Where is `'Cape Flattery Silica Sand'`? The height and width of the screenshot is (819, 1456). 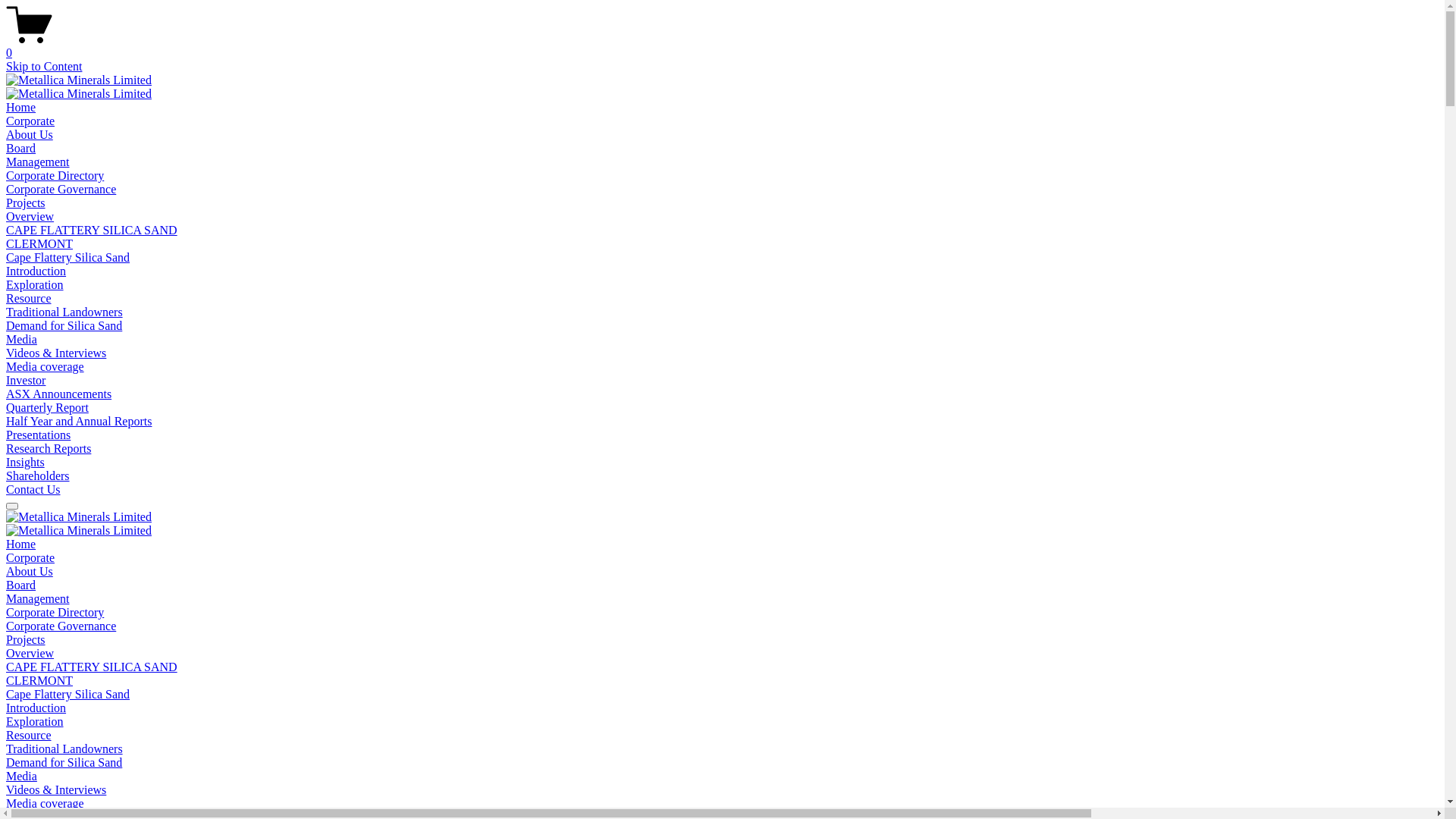 'Cape Flattery Silica Sand' is located at coordinates (6, 256).